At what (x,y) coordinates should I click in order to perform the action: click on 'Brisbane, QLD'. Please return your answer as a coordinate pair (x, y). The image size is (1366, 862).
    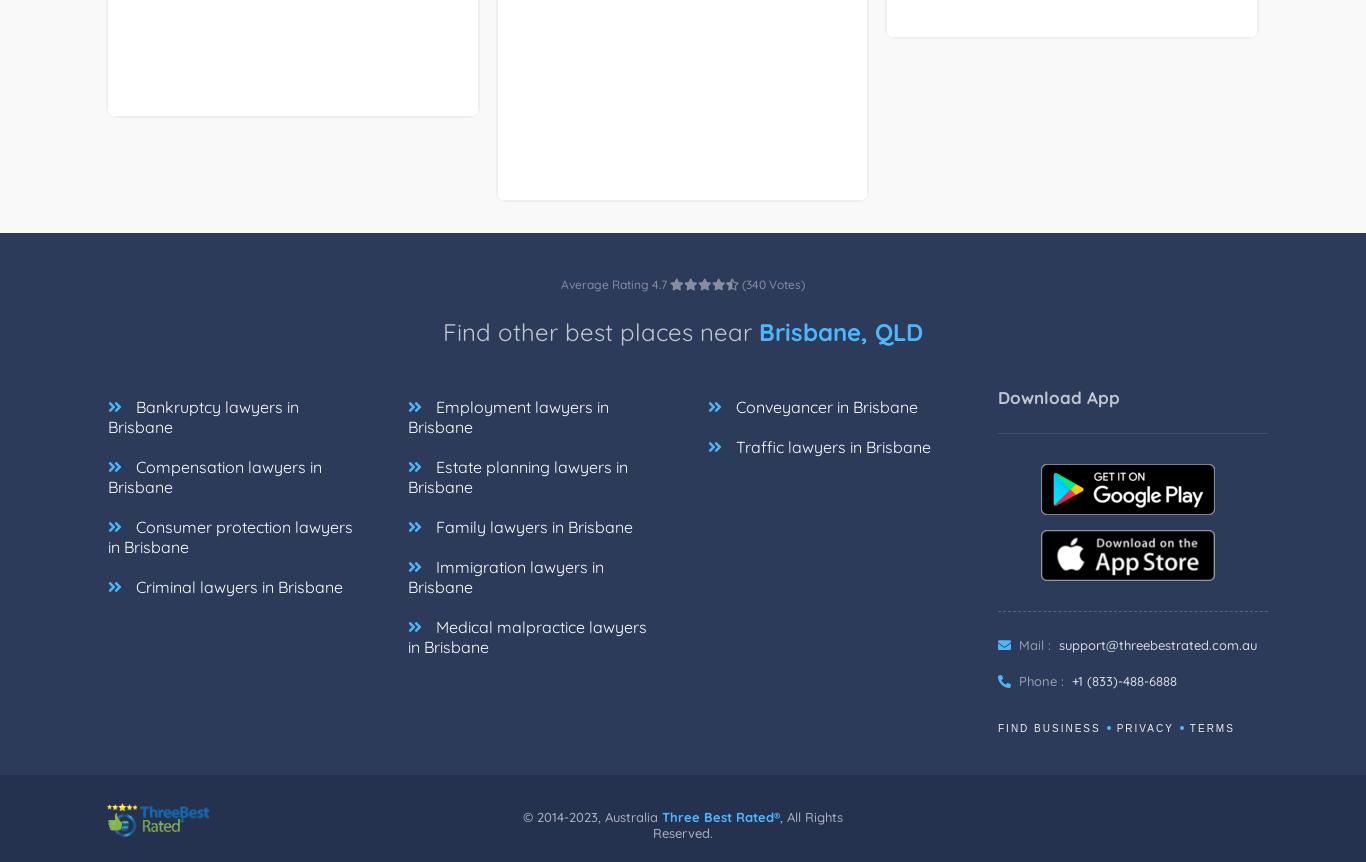
    Looking at the image, I should click on (840, 354).